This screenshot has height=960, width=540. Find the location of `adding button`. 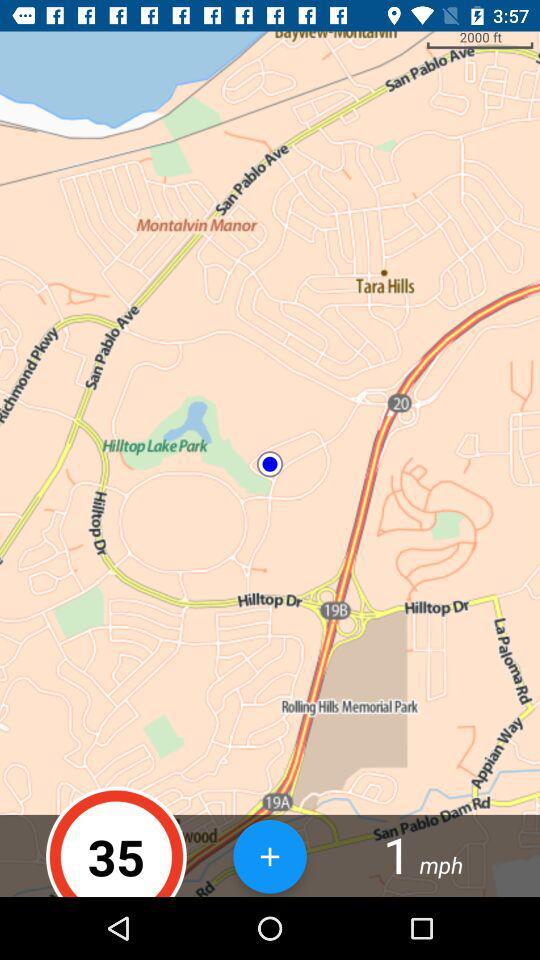

adding button is located at coordinates (270, 855).